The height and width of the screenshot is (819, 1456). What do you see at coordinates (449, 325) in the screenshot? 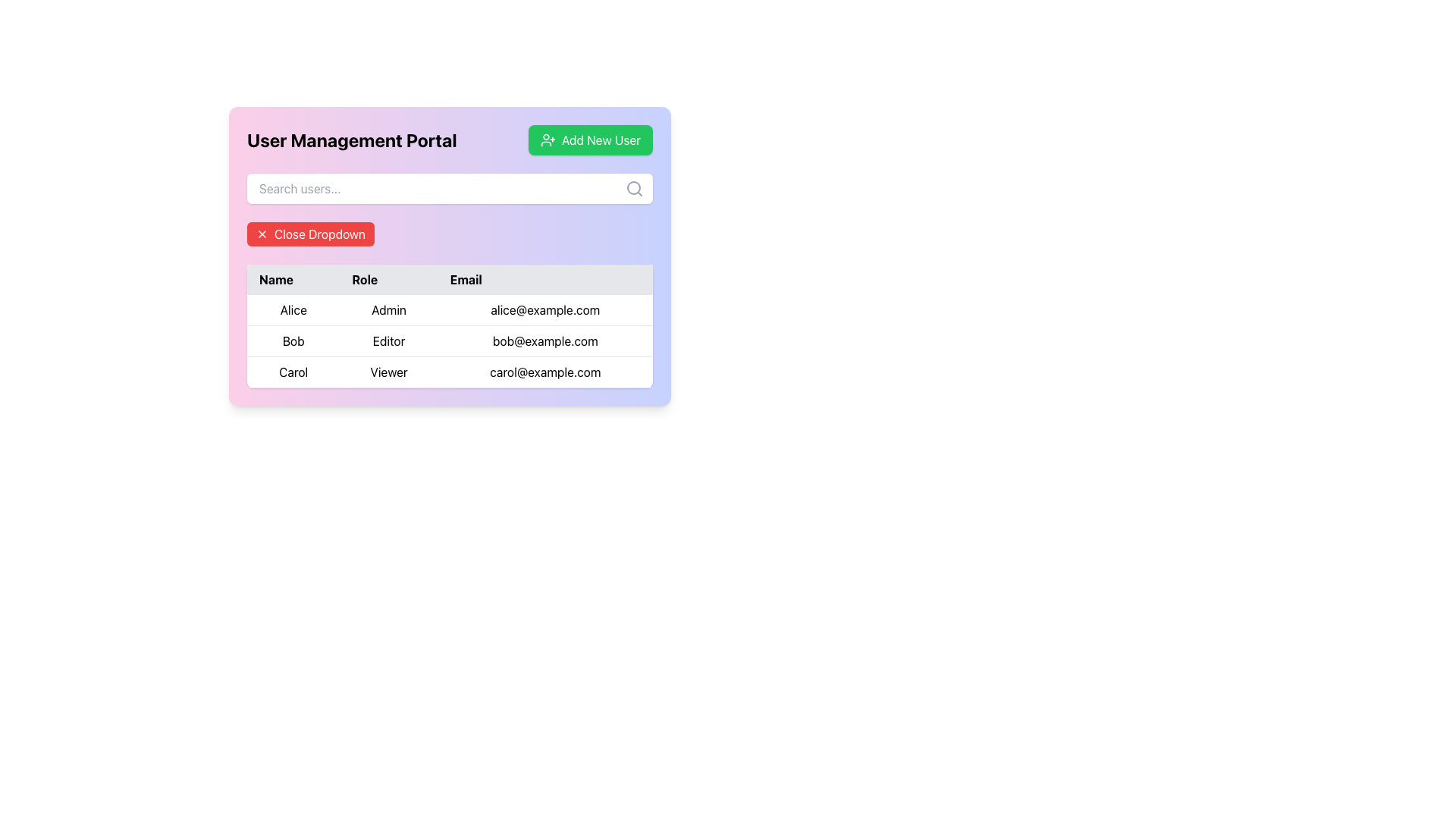
I see `a row in the Data Table` at bounding box center [449, 325].